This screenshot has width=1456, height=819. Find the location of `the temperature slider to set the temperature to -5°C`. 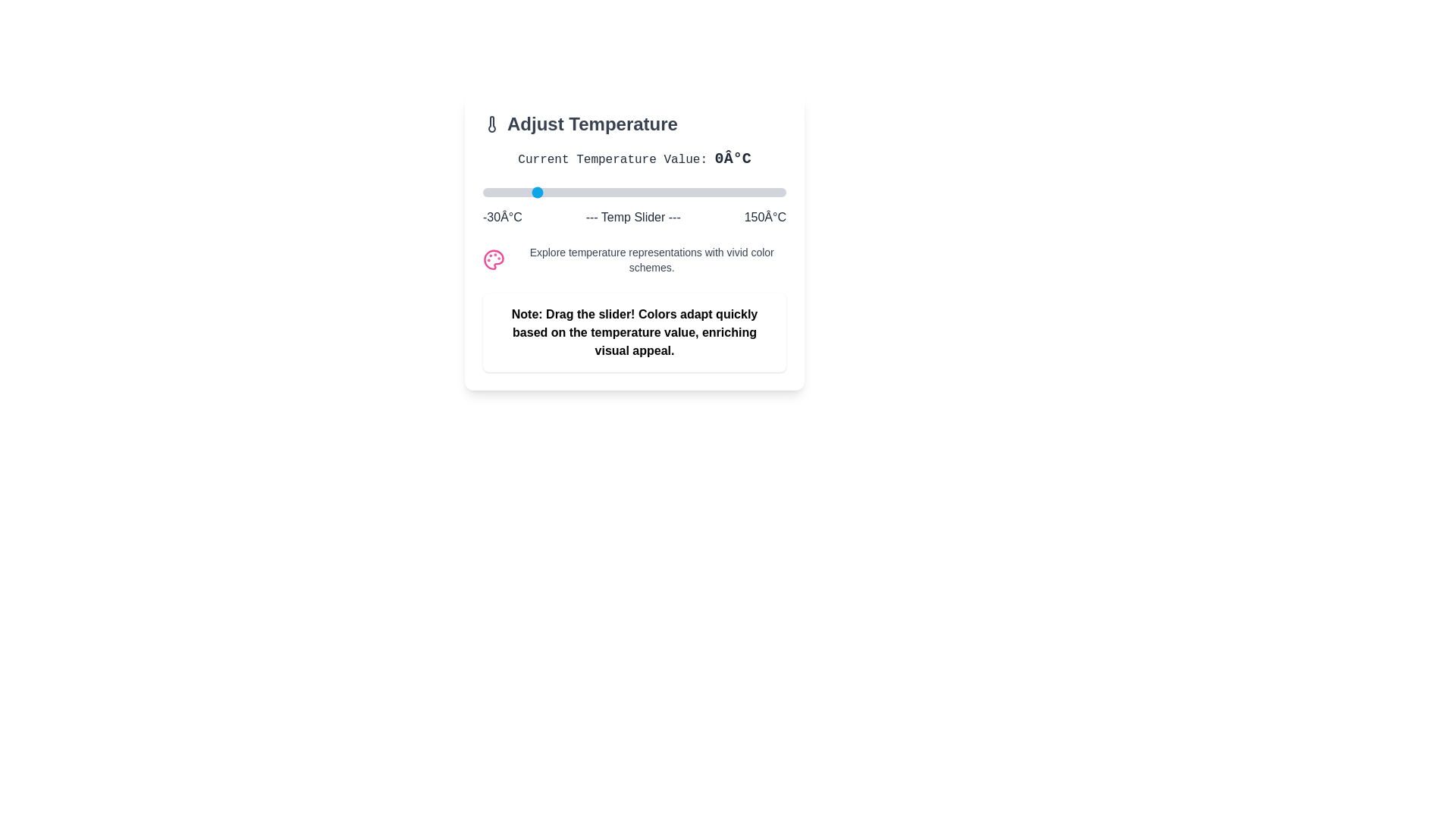

the temperature slider to set the temperature to -5°C is located at coordinates (525, 192).